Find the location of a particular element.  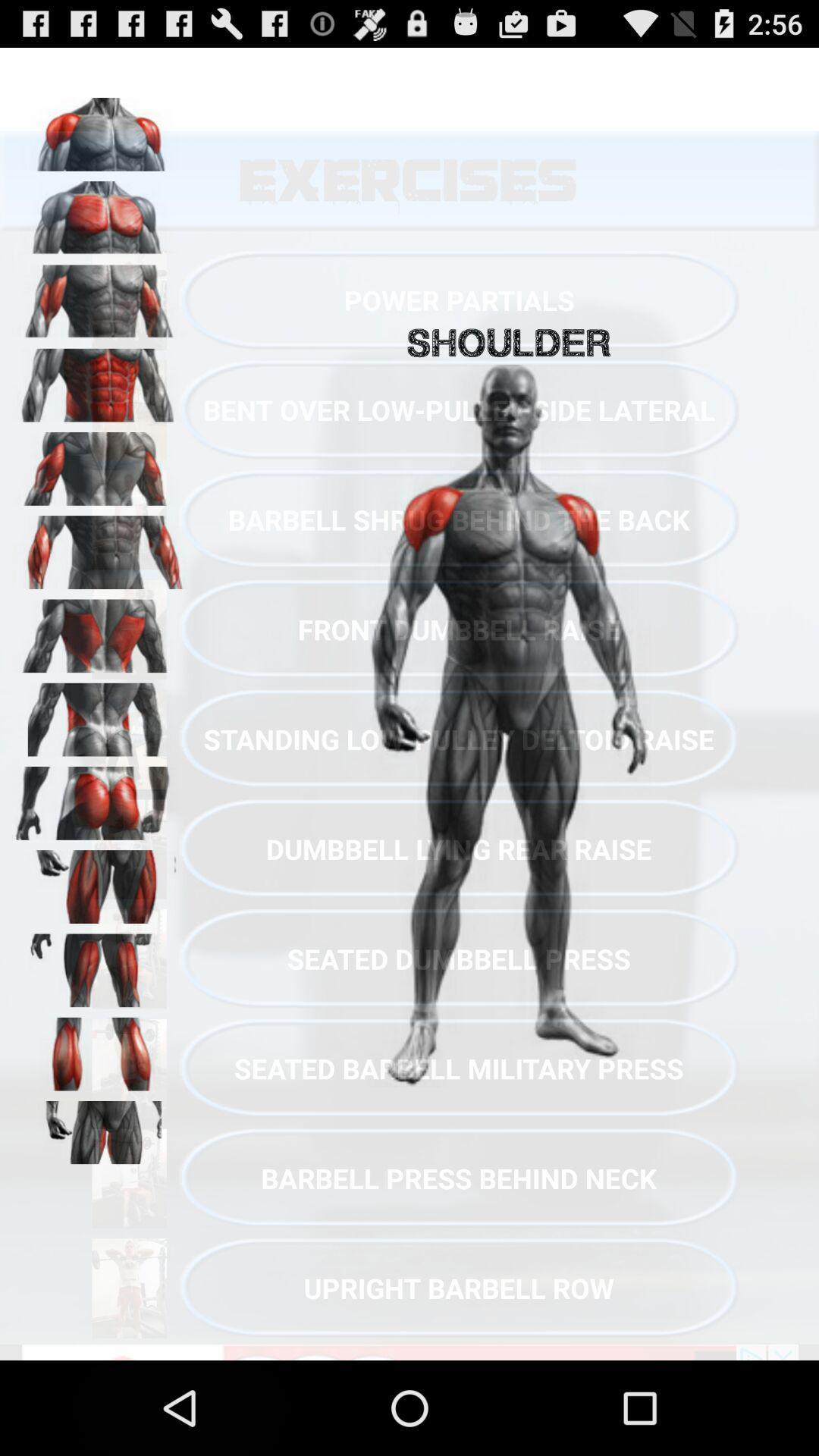

choose to exercise this part of your leg is located at coordinates (99, 1048).